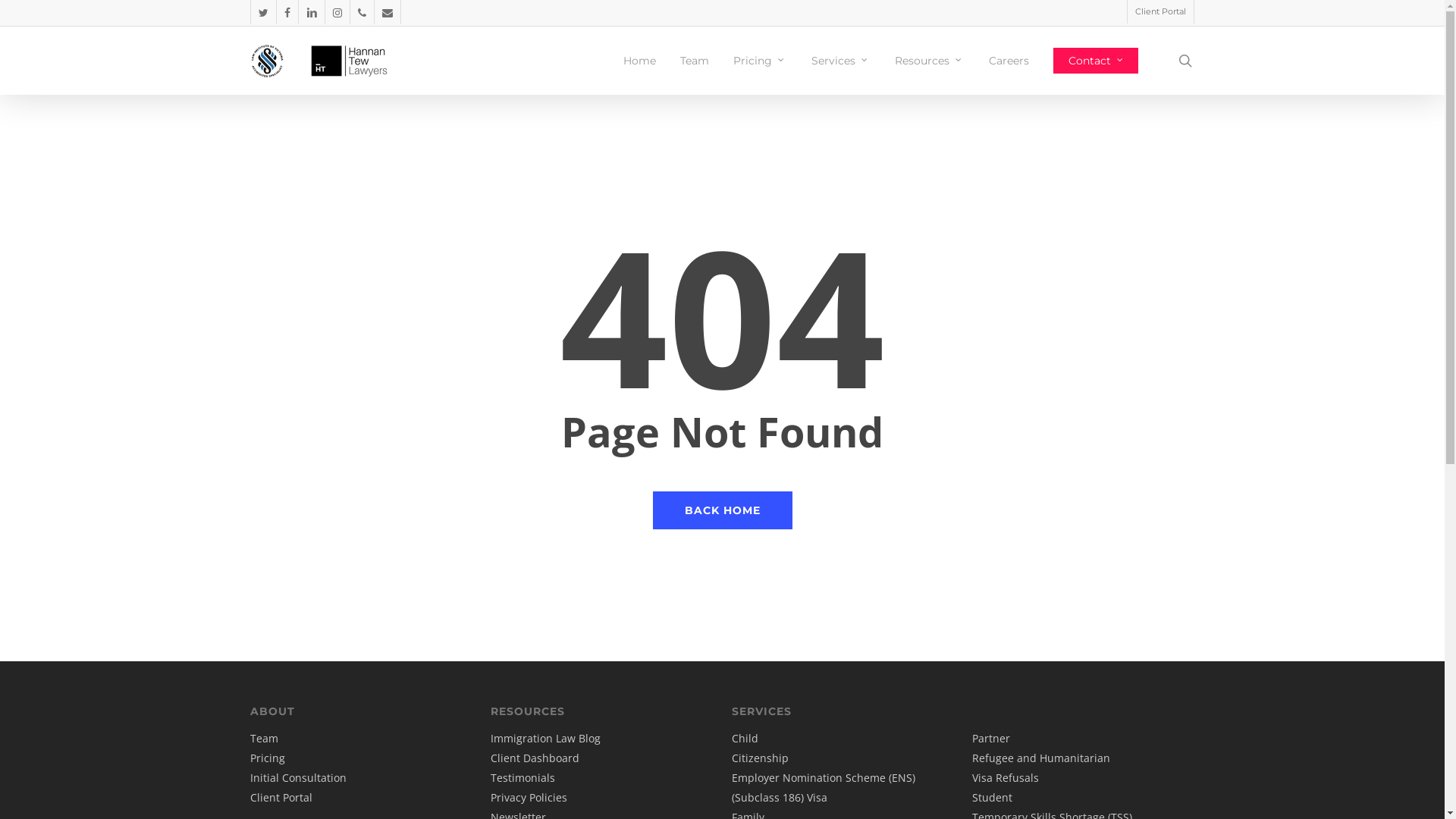 The image size is (1456, 819). Describe the element at coordinates (281, 796) in the screenshot. I see `'Client Portal'` at that location.